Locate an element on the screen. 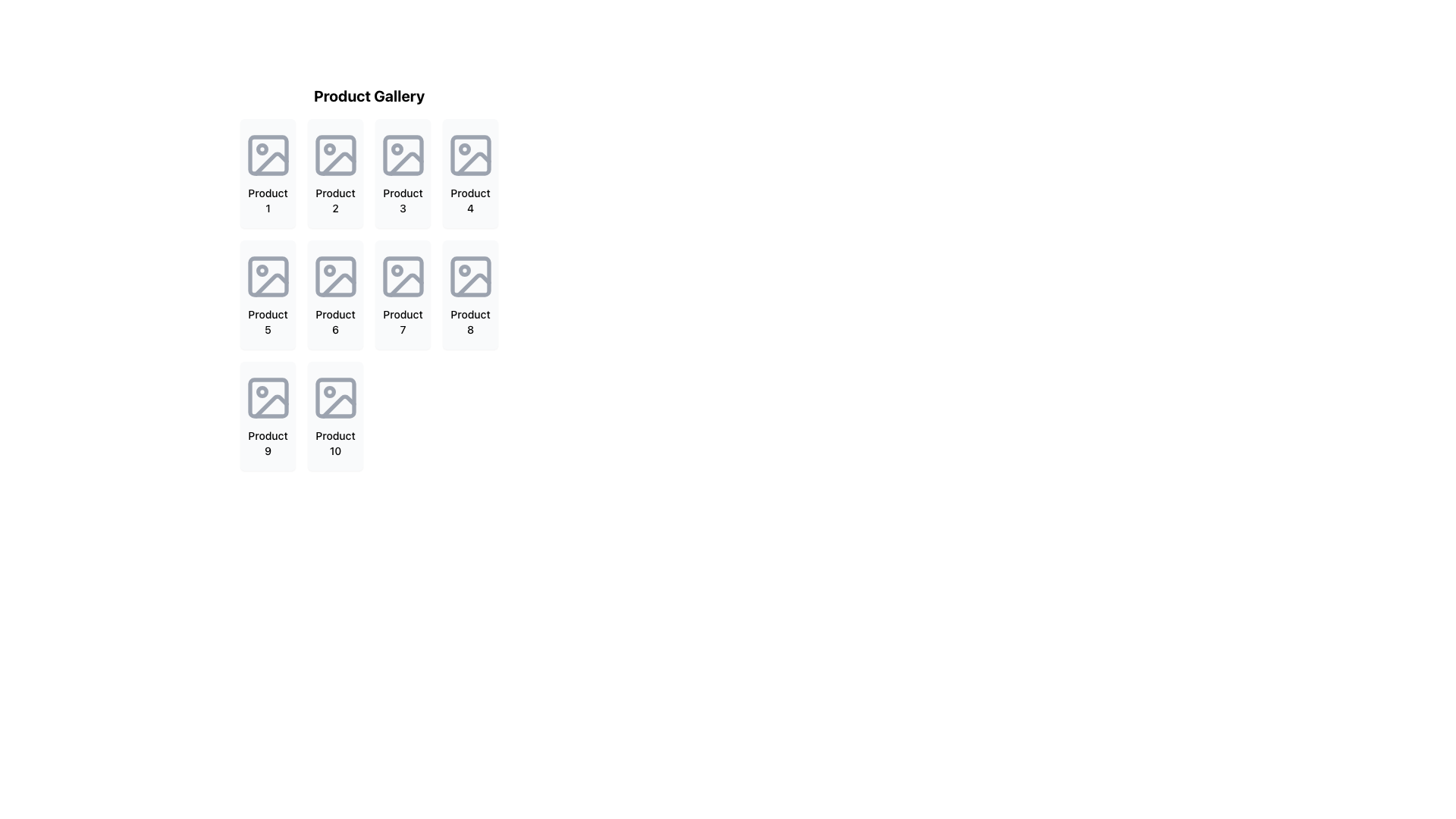 The width and height of the screenshot is (1456, 819). the decorative circle shape graphical element within the graphical icon in the eighth cell of the 'Product Gallery' grid layout, which indicates a specific feature or status is located at coordinates (463, 270).